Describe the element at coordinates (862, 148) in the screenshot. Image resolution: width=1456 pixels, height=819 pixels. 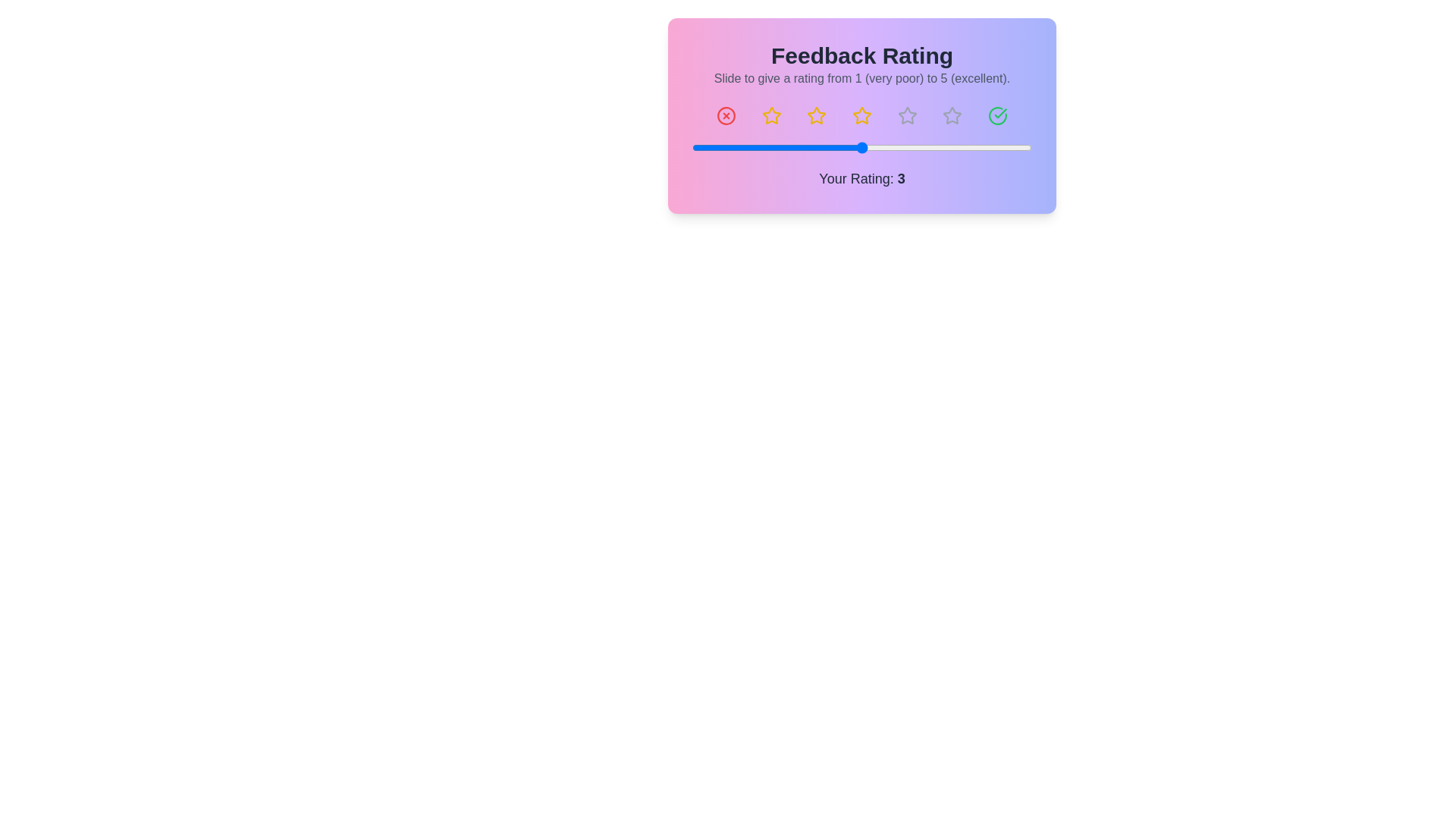
I see `the slider to set the rating to 3 within the range of 1 to 5` at that location.